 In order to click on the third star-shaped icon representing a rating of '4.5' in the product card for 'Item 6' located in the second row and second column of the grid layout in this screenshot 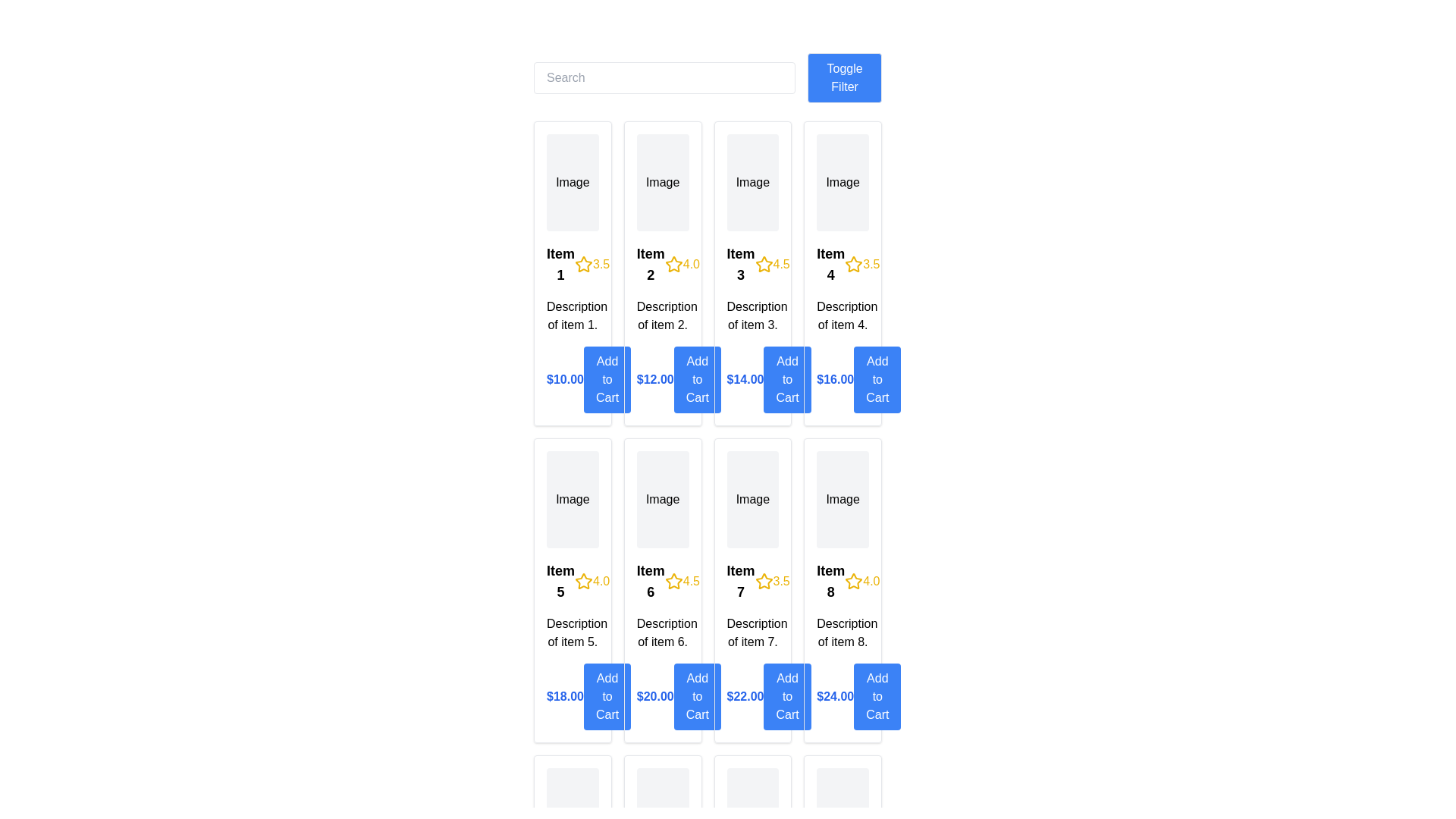, I will do `click(673, 581)`.